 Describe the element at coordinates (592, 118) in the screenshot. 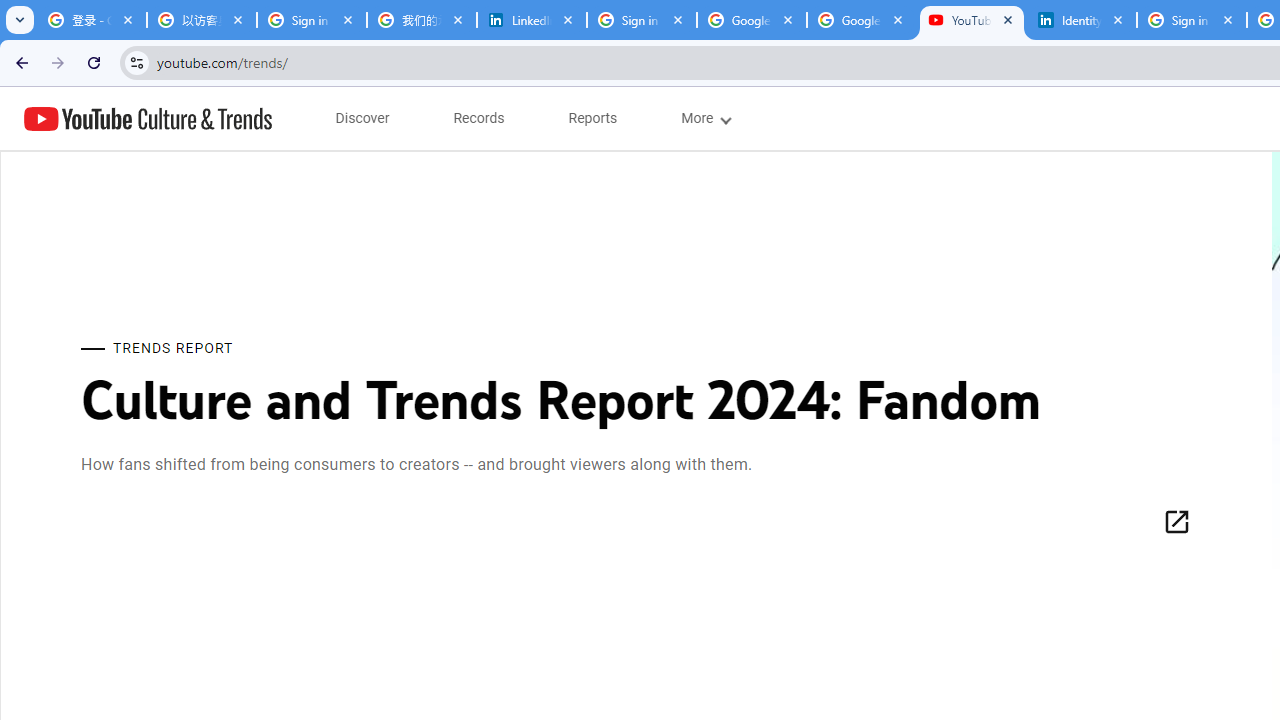

I see `'subnav-Reports menupopup'` at that location.